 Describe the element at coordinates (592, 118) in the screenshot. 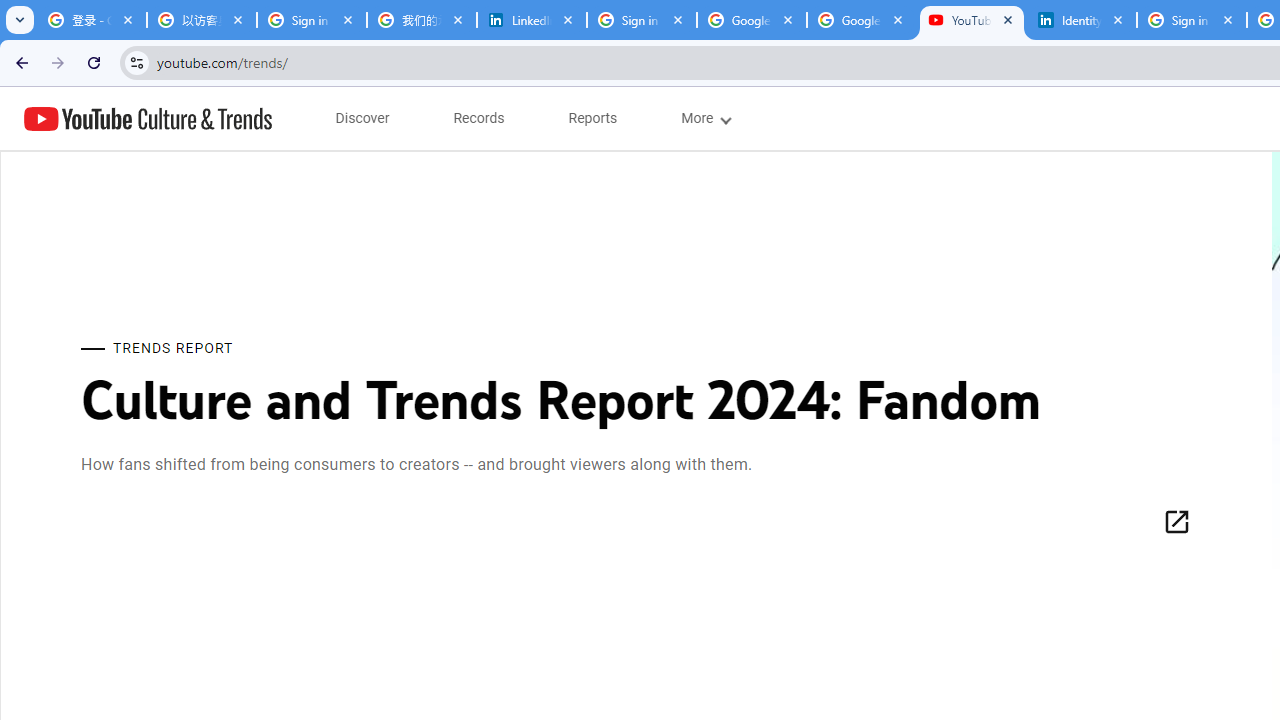

I see `'subnav-Reports menupopup'` at that location.